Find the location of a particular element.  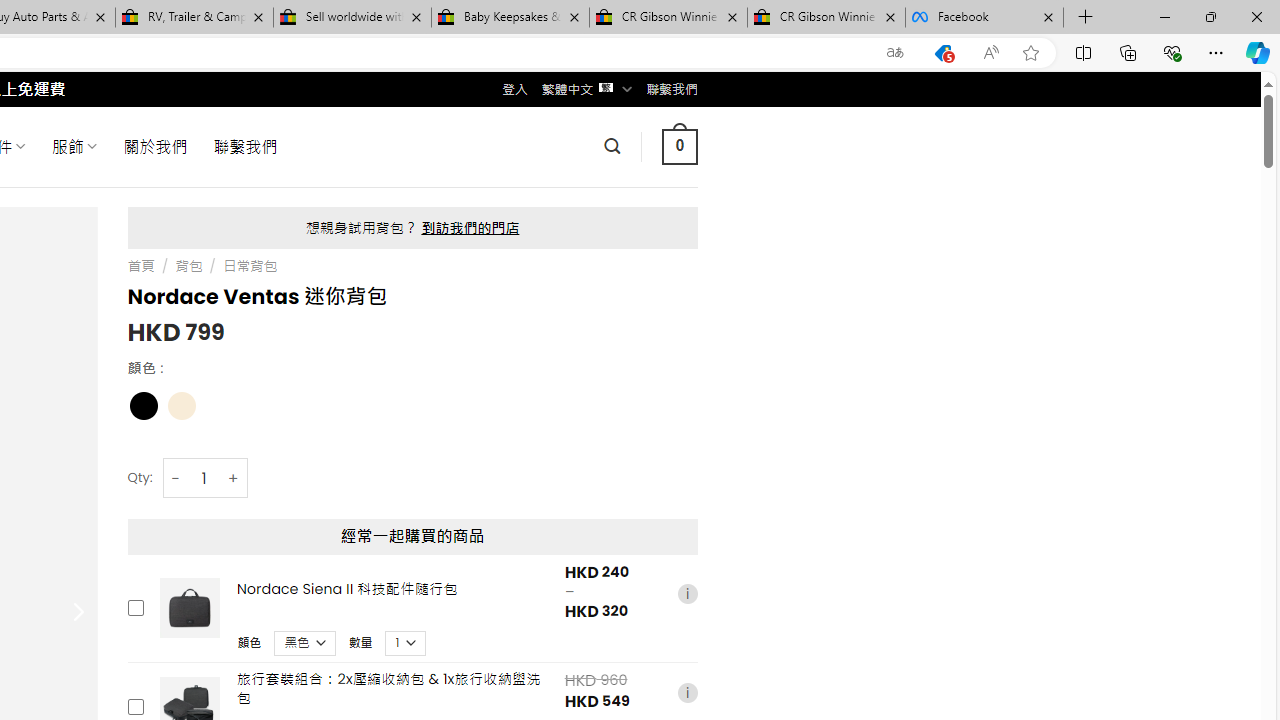

'+' is located at coordinates (234, 478).